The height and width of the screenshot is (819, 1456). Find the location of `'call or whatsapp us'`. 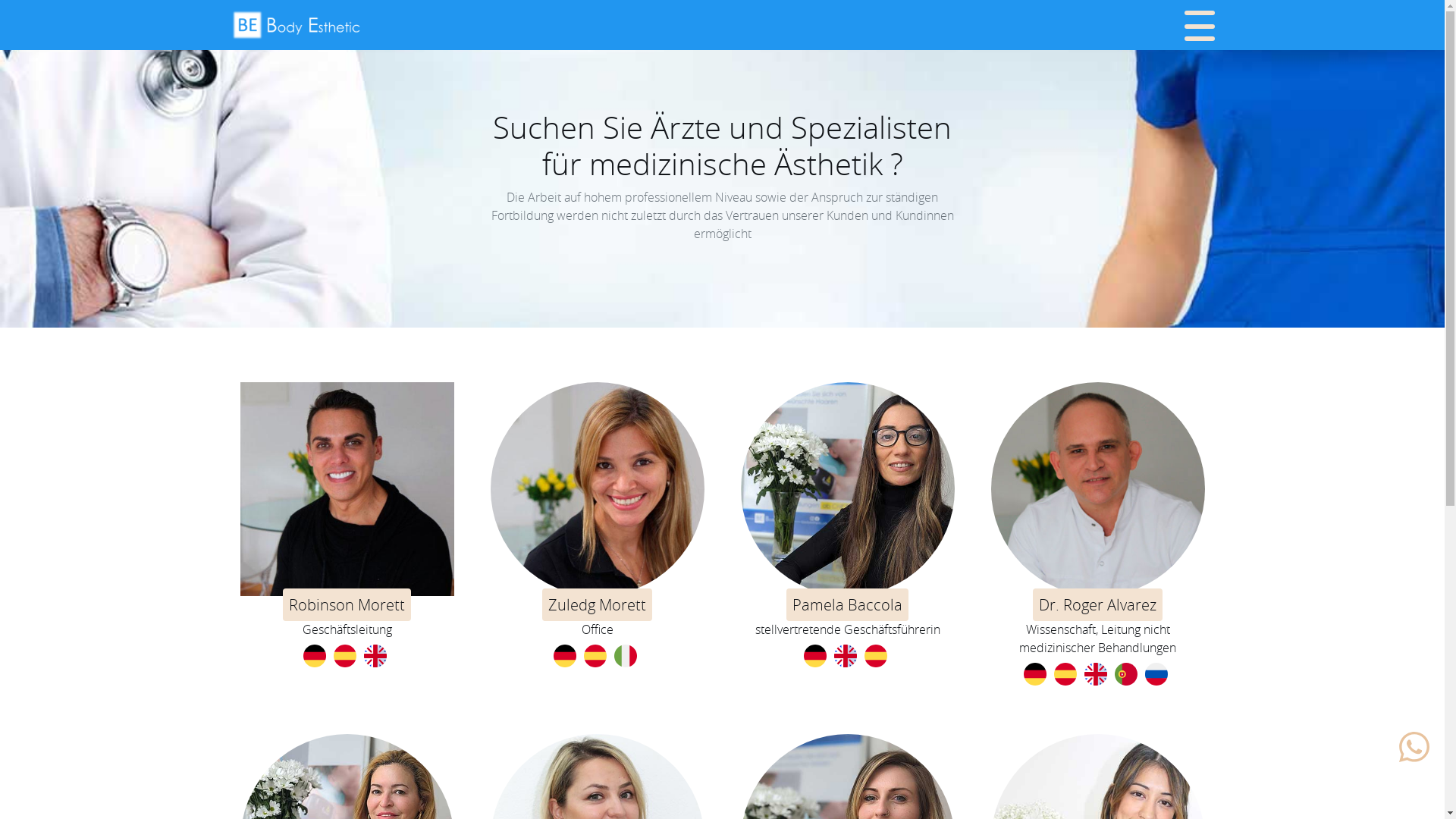

'call or whatsapp us' is located at coordinates (1414, 745).